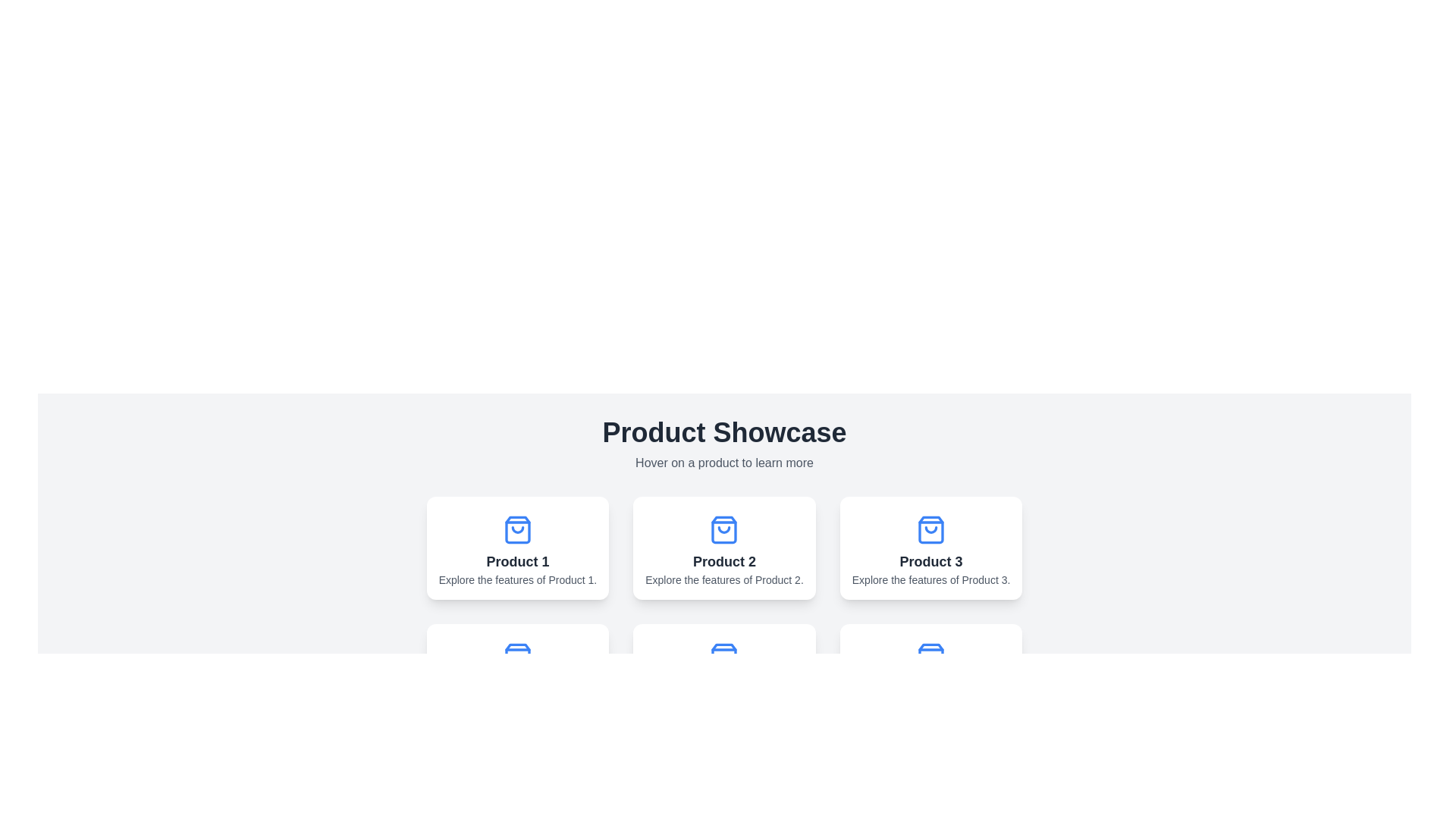 The image size is (1456, 819). I want to click on the lower portion of the blue shopping bag icon, which is part of the 'Product 2' card in the 'Product Showcase' section, so click(723, 529).